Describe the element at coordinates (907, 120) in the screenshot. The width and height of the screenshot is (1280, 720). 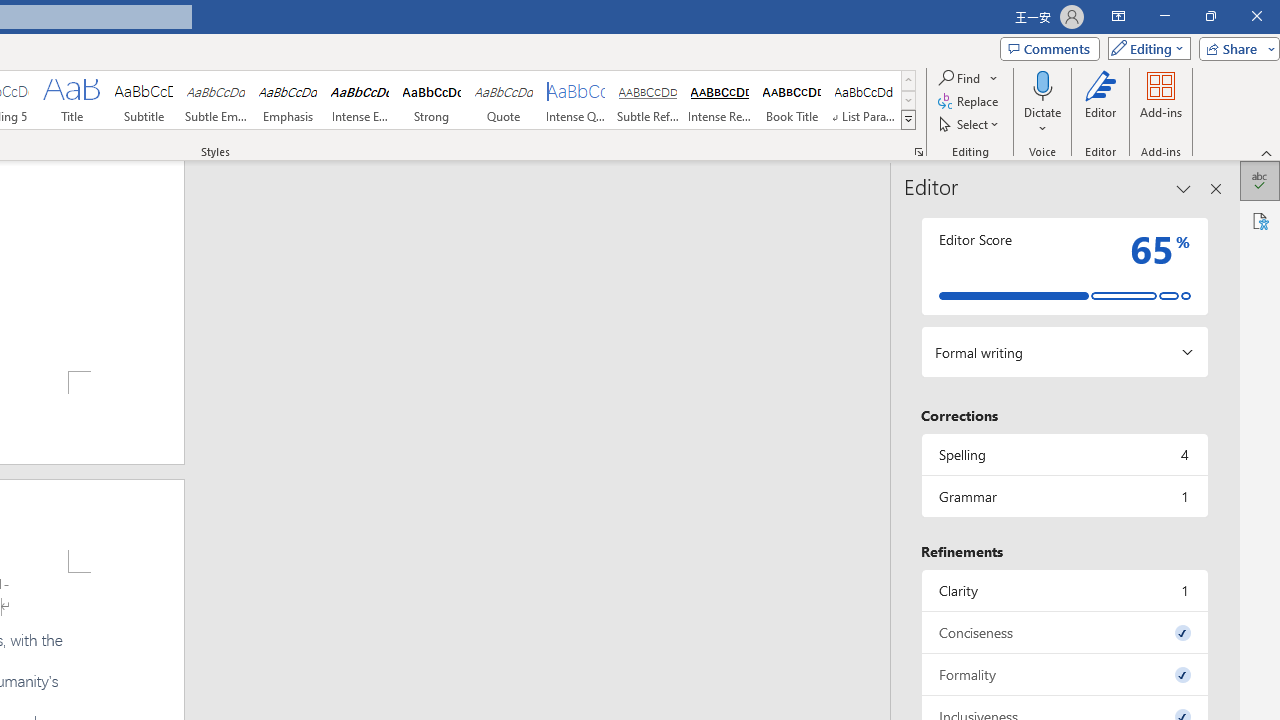
I see `'Styles'` at that location.